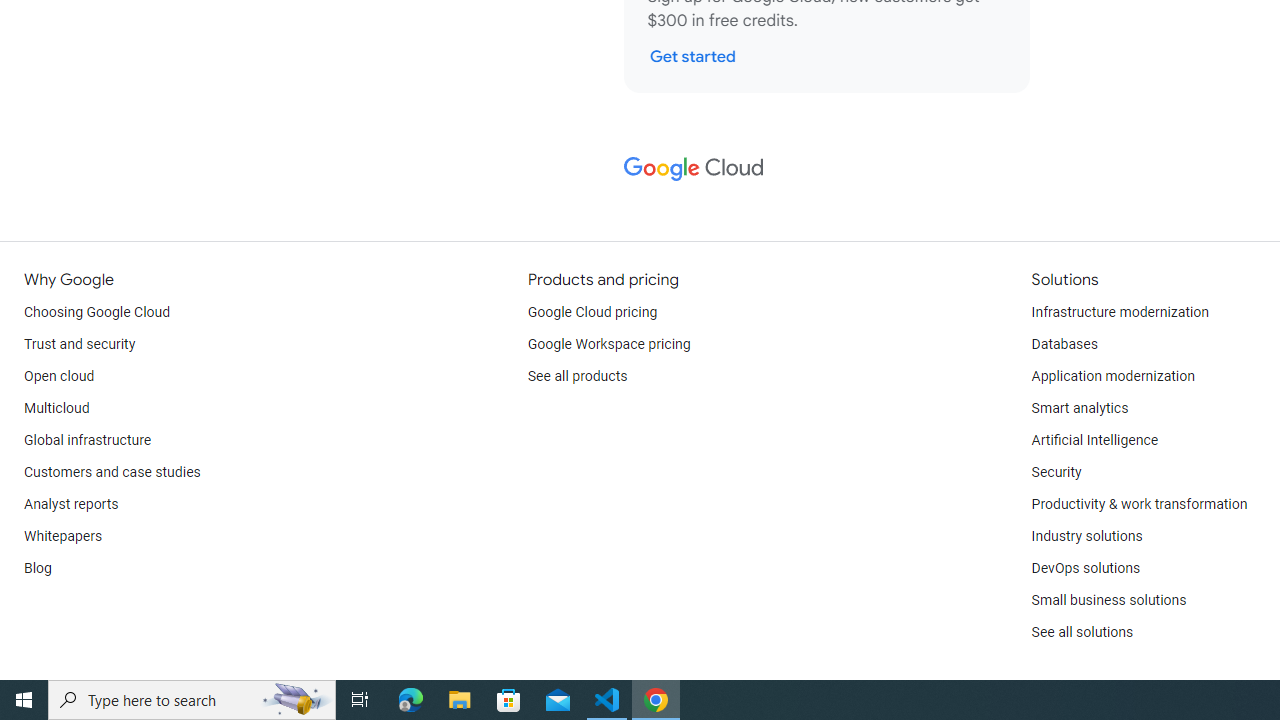  Describe the element at coordinates (1078, 407) in the screenshot. I see `'Smart analytics'` at that location.